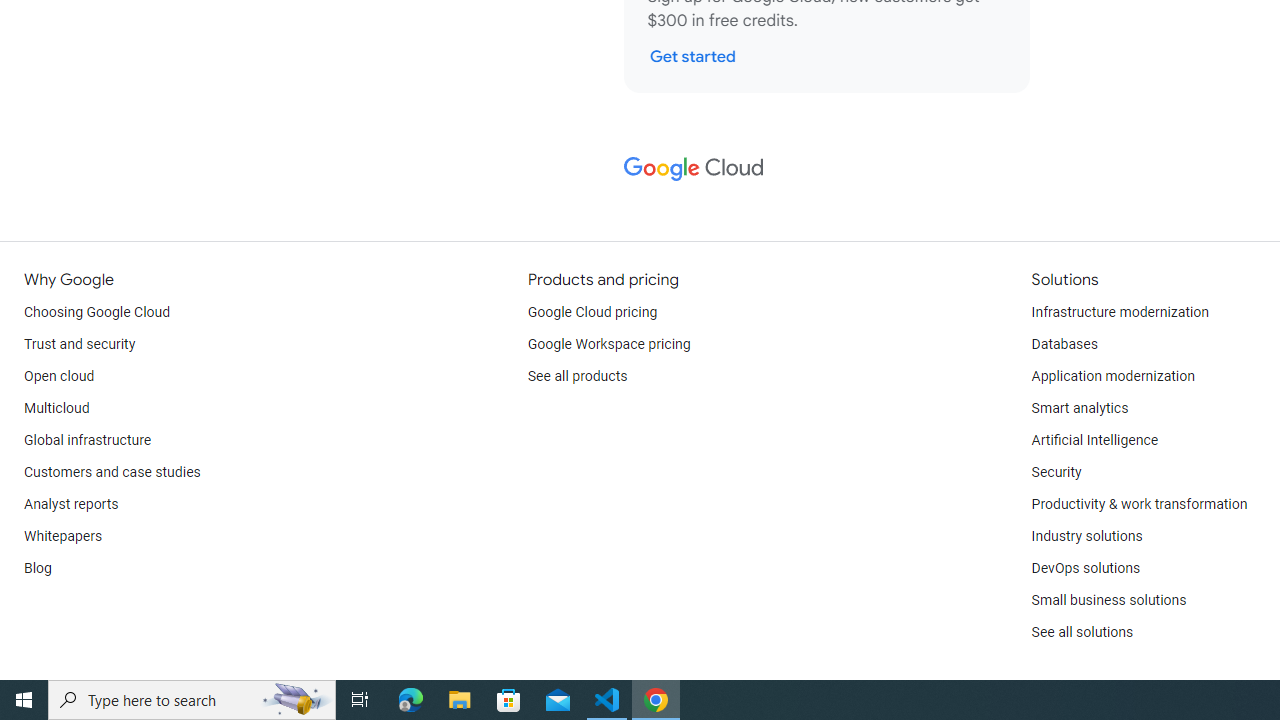  Describe the element at coordinates (1078, 407) in the screenshot. I see `'Smart analytics'` at that location.